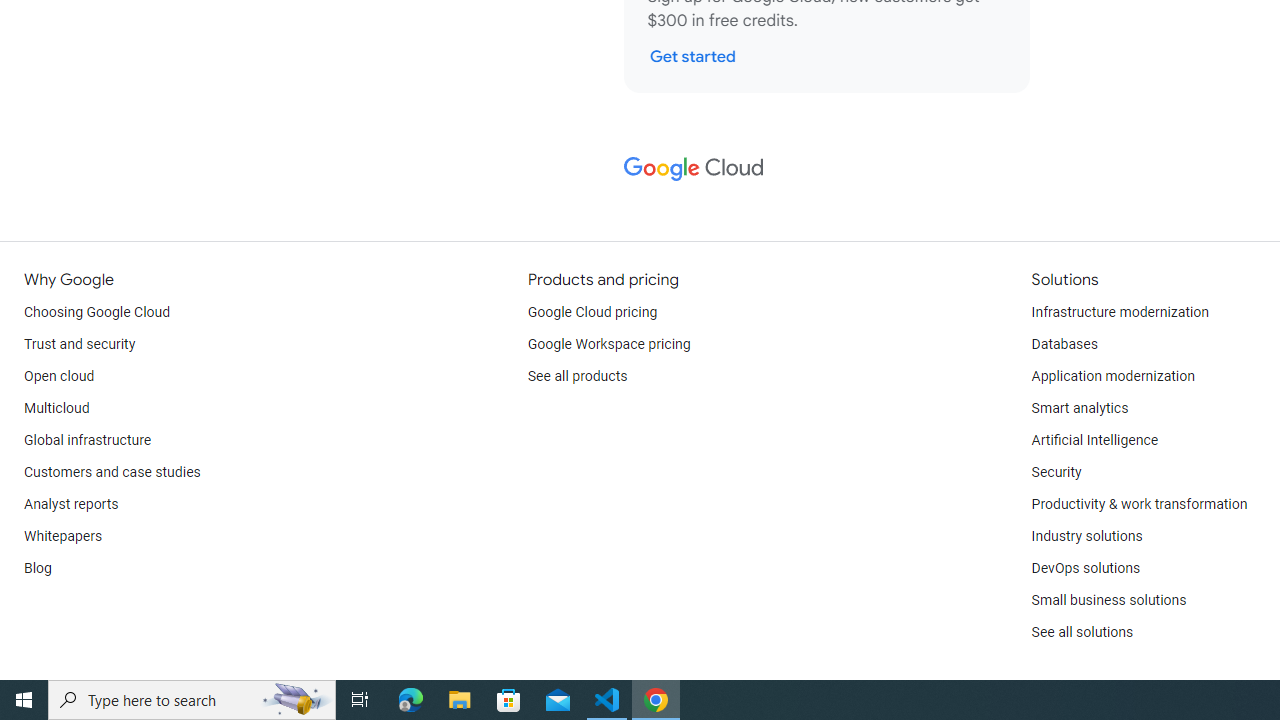  Describe the element at coordinates (1078, 407) in the screenshot. I see `'Smart analytics'` at that location.